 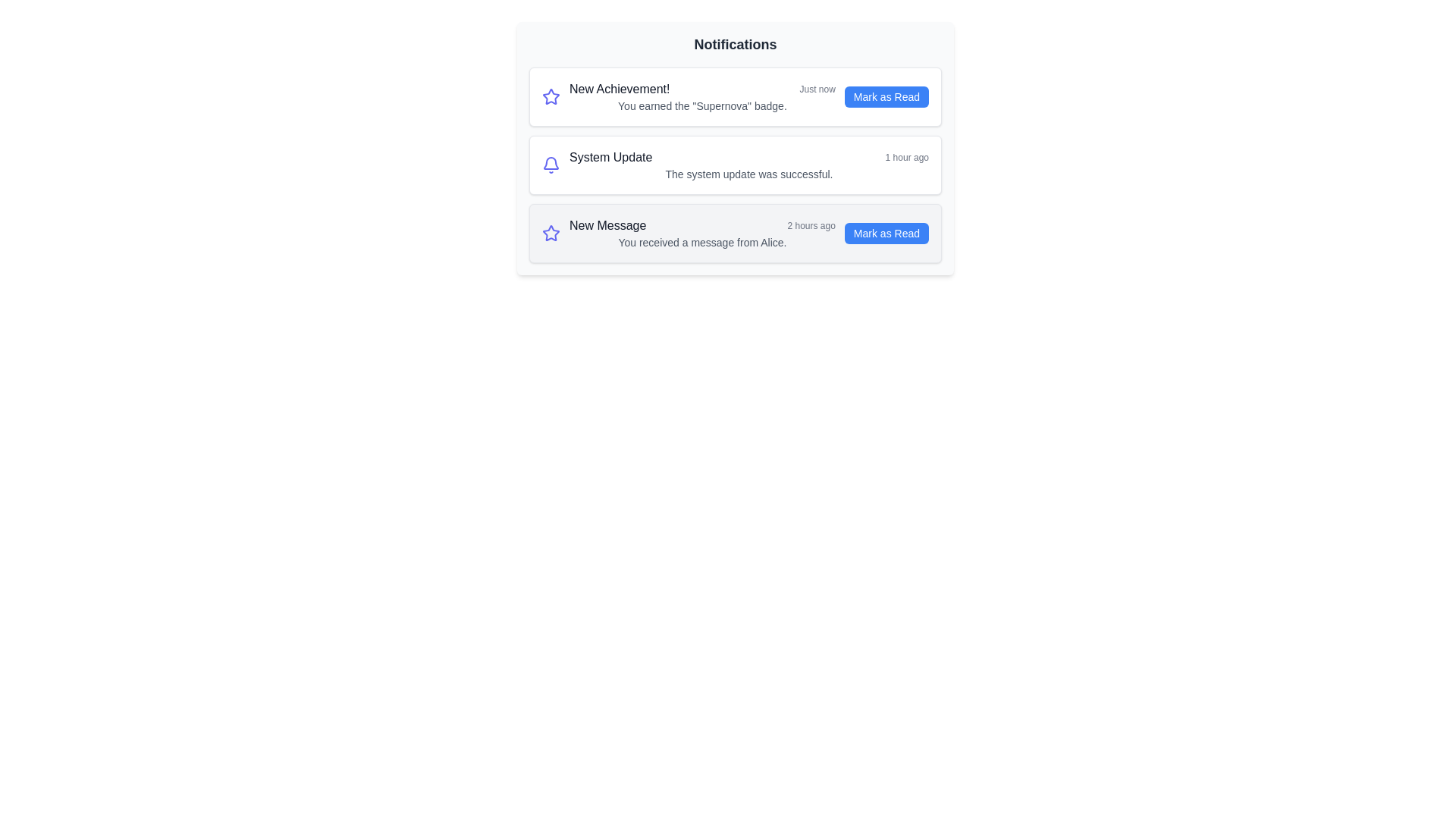 What do you see at coordinates (811, 225) in the screenshot?
I see `the timestamp text label located in the bottom notification box, right-aligned next to the 'New Message' title` at bounding box center [811, 225].